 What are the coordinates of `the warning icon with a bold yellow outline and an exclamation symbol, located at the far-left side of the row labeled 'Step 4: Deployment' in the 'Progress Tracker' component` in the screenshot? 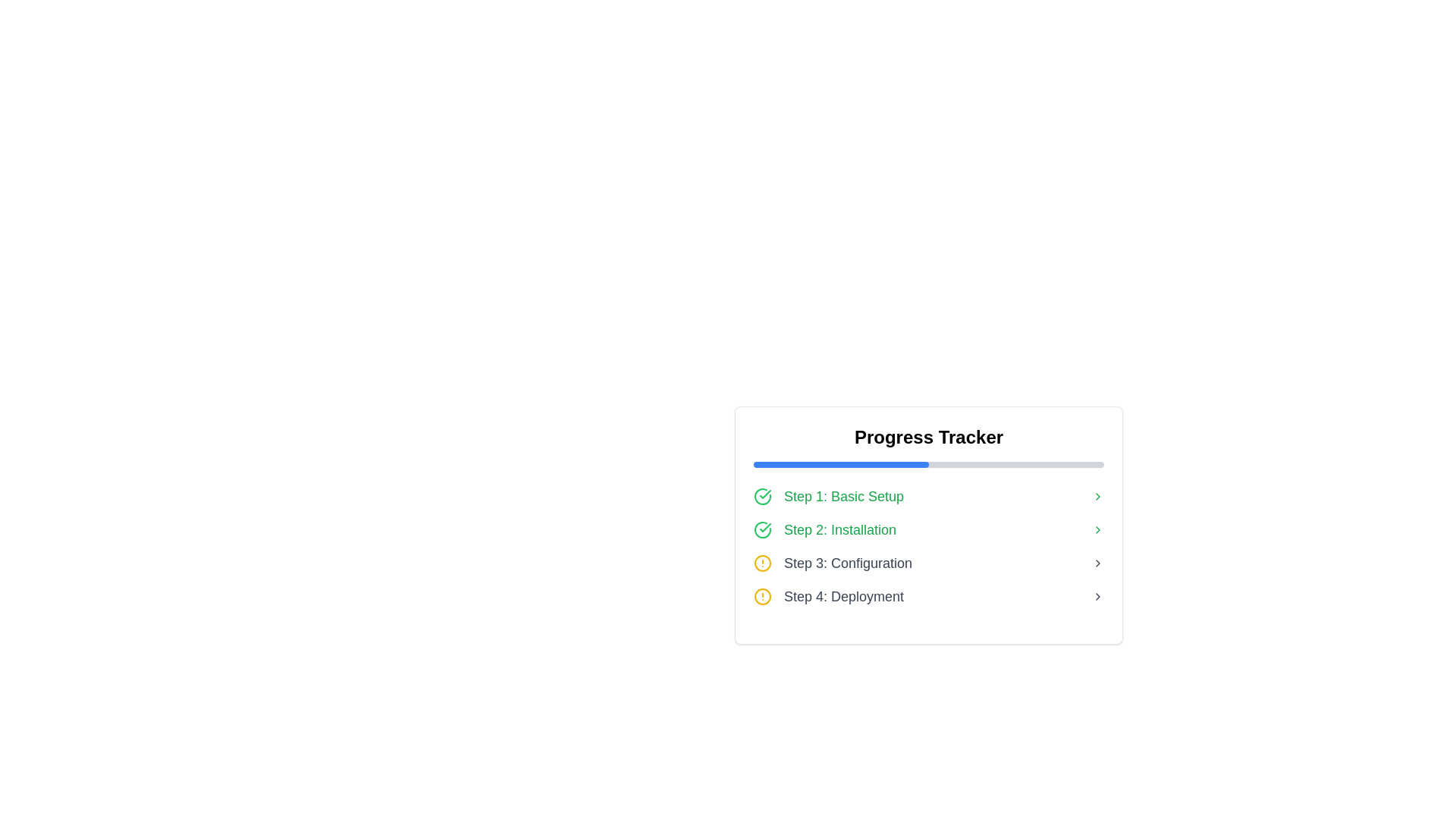 It's located at (763, 595).